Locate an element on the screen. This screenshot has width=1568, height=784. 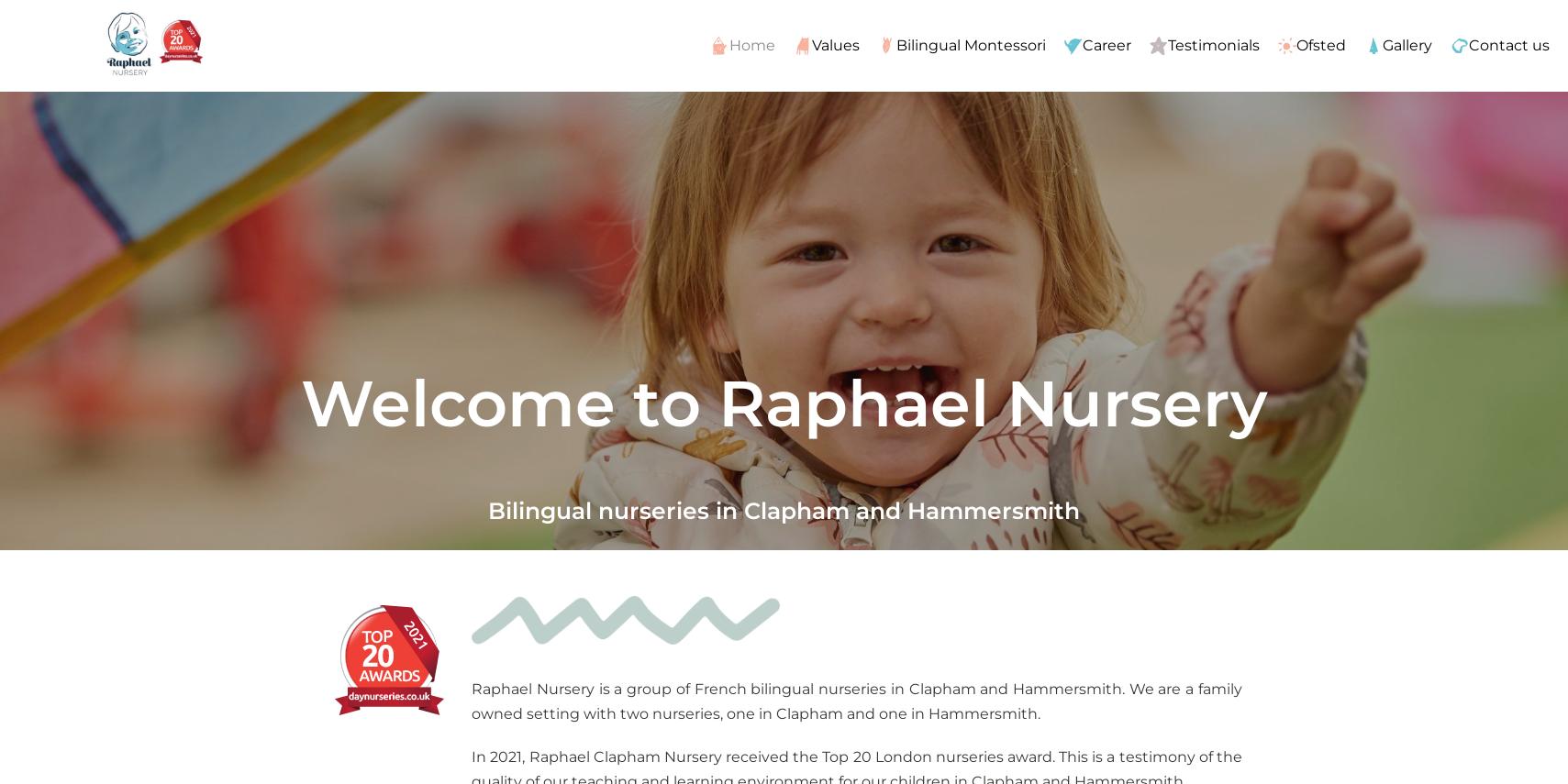
'Bilingual Montessori' is located at coordinates (970, 43).